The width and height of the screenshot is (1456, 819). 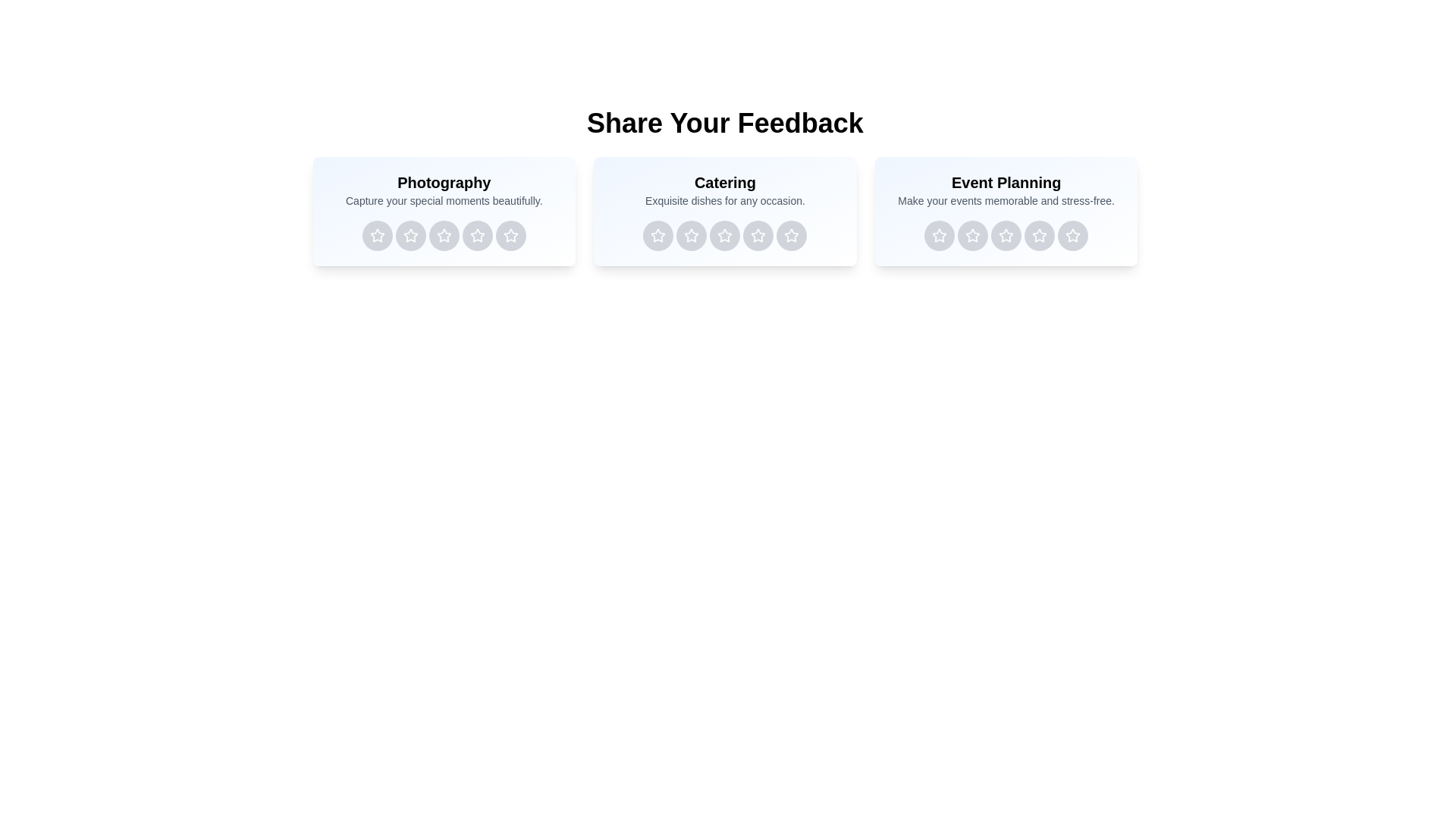 What do you see at coordinates (377, 236) in the screenshot?
I see `the rating button for Photography service with 1 stars` at bounding box center [377, 236].